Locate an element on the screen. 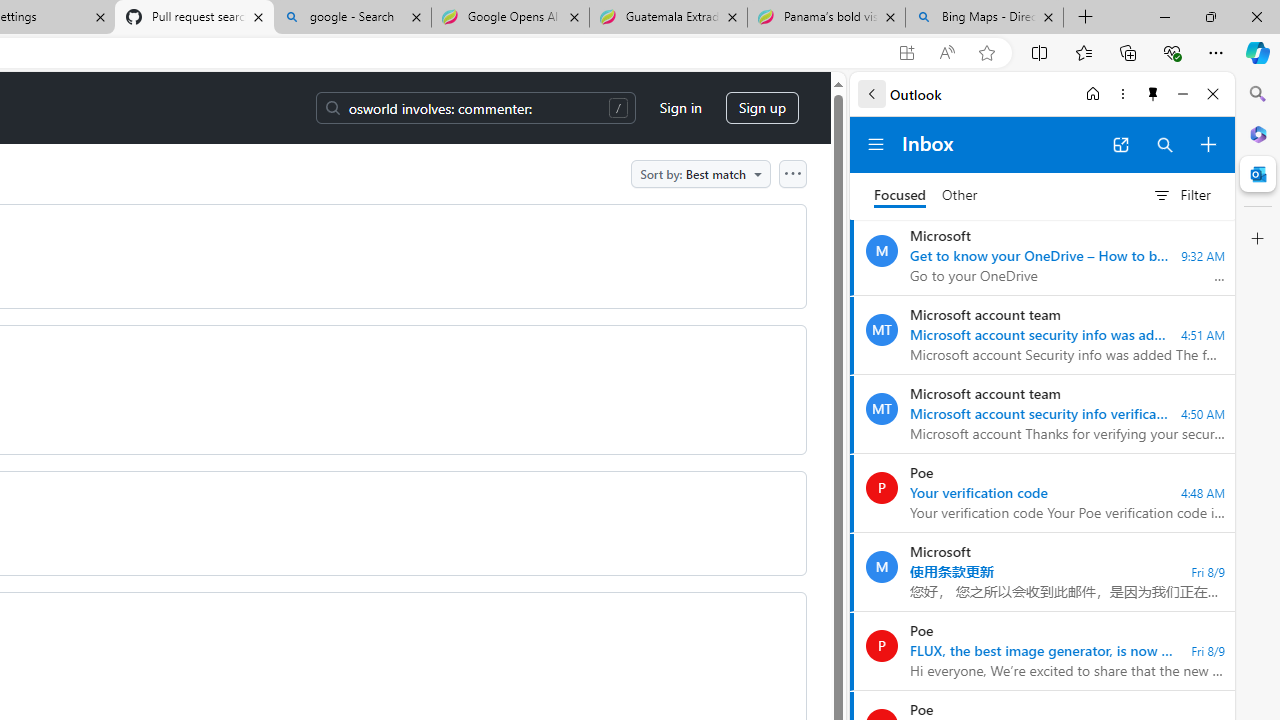 Image resolution: width=1280 pixels, height=720 pixels. 'Sort by: Best match' is located at coordinates (700, 172).